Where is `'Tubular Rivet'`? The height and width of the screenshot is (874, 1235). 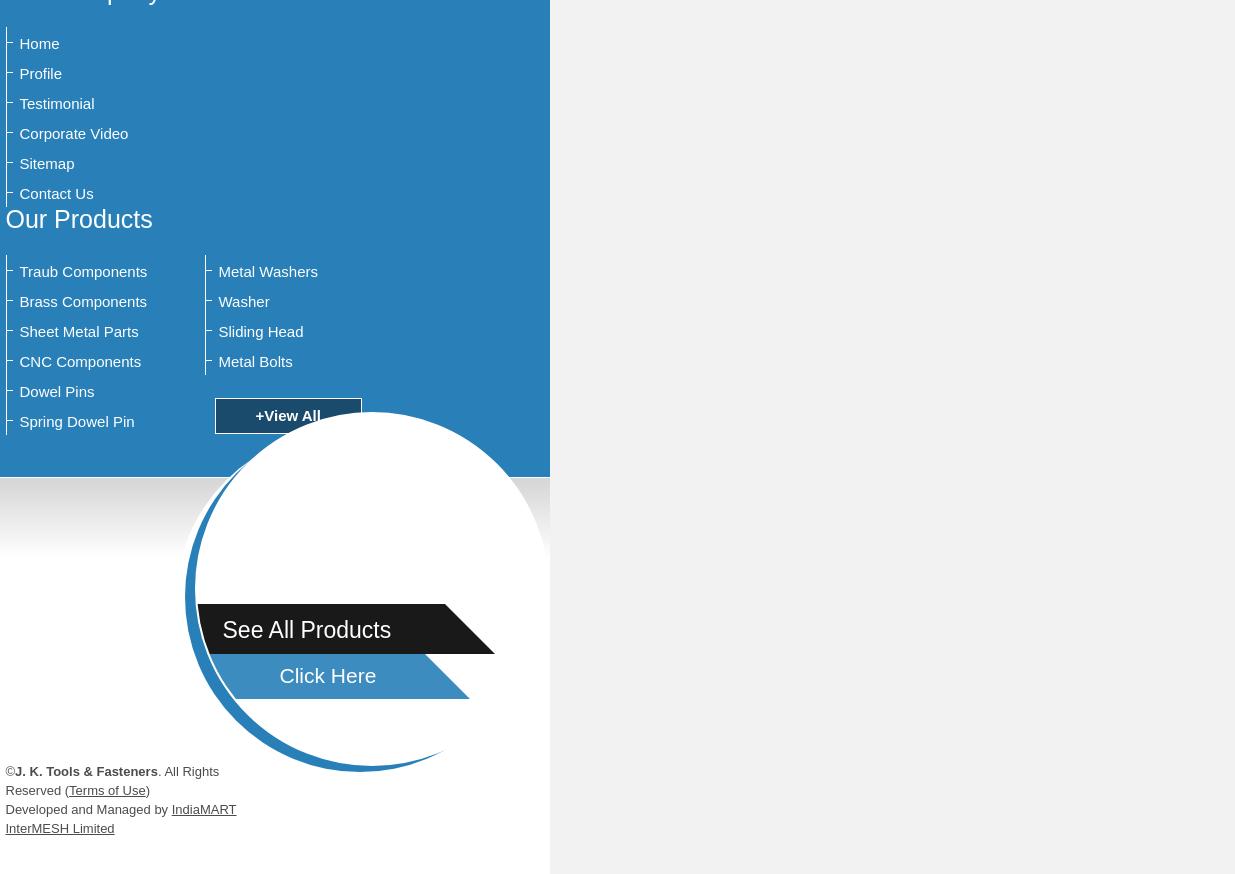 'Tubular Rivet' is located at coordinates (587, 675).